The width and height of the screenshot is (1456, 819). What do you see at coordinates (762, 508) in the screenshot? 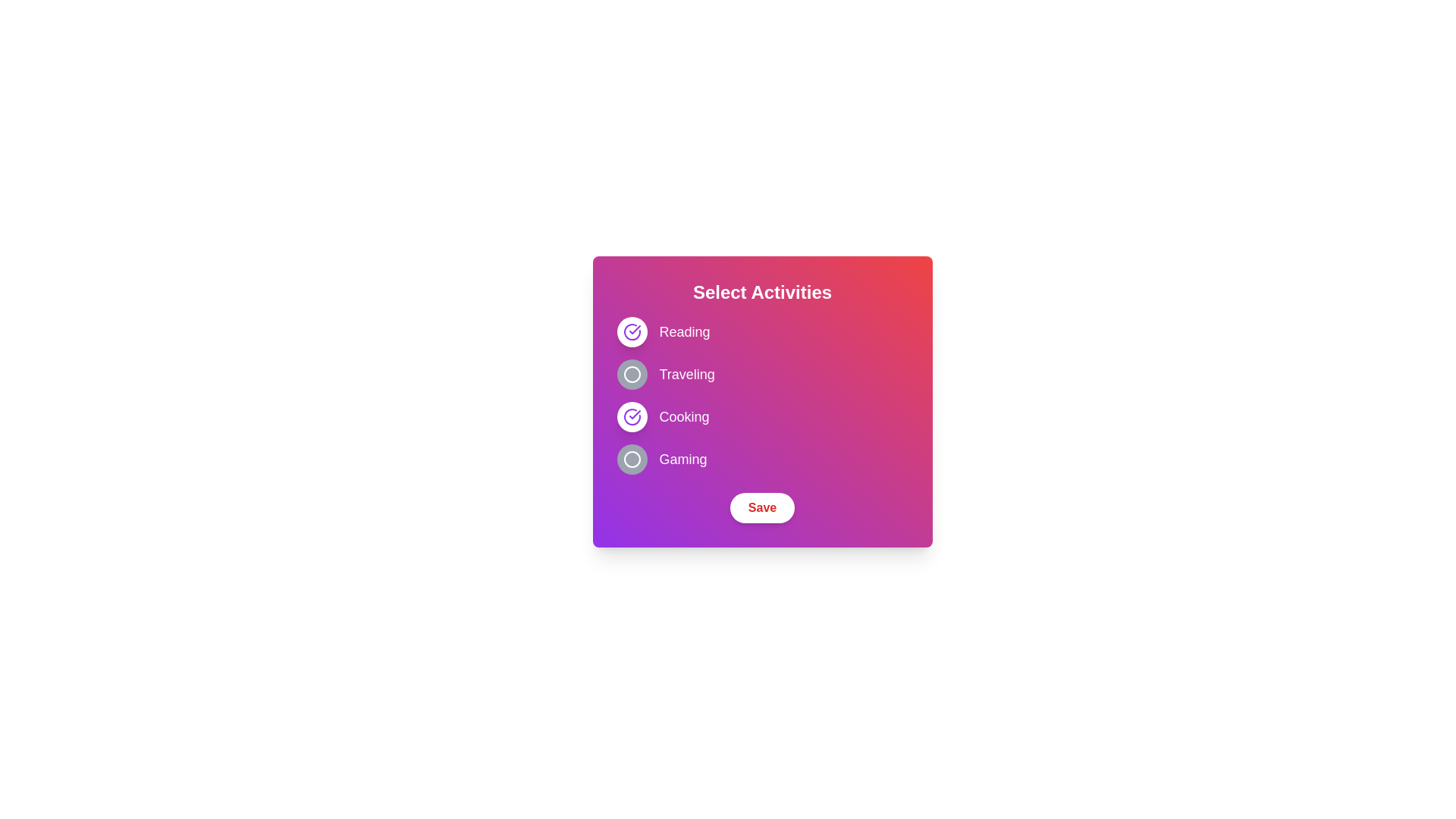
I see `'Save' button to confirm the selected activities` at bounding box center [762, 508].